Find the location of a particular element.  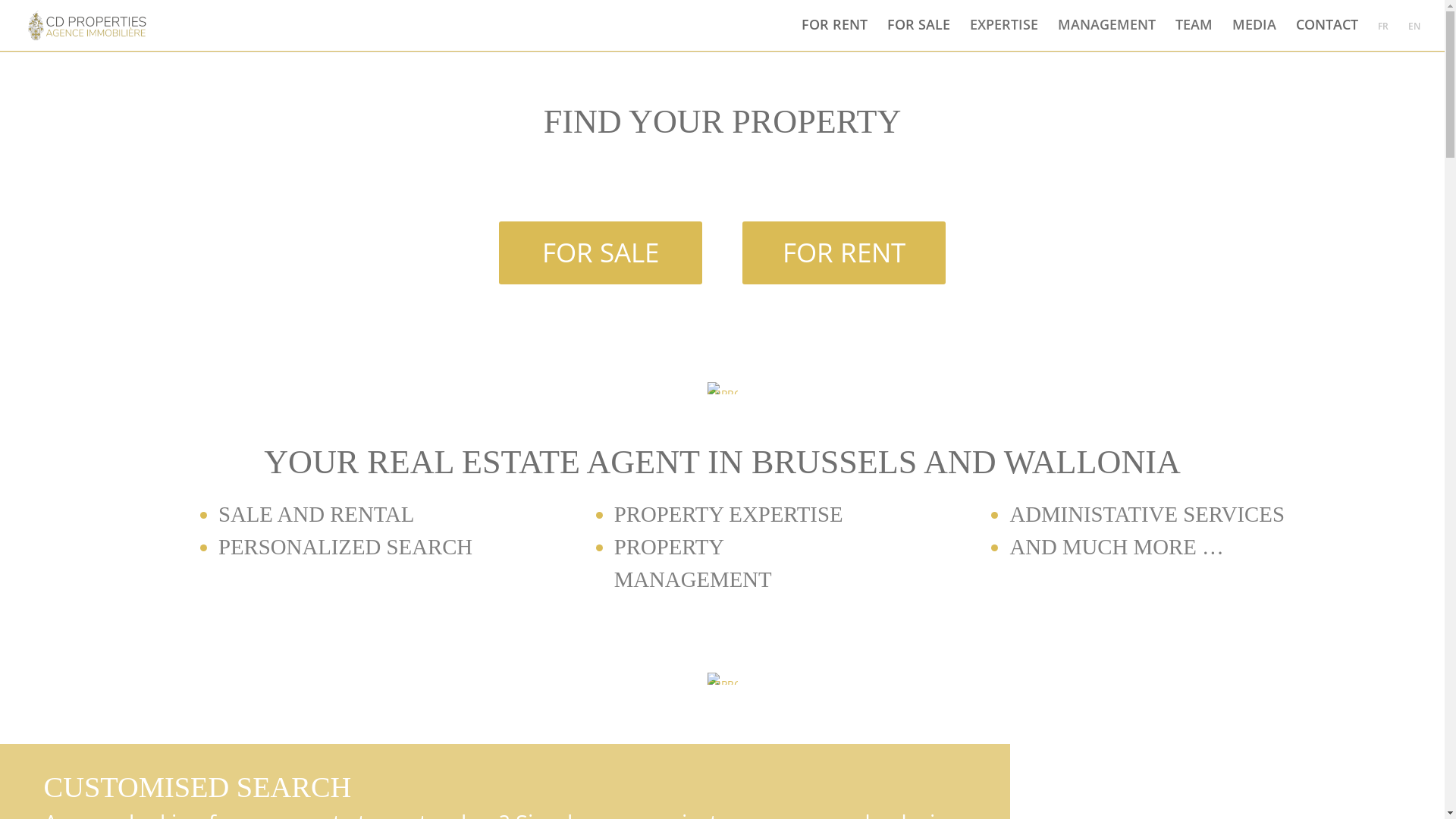

'FOR RENT' is located at coordinates (833, 33).